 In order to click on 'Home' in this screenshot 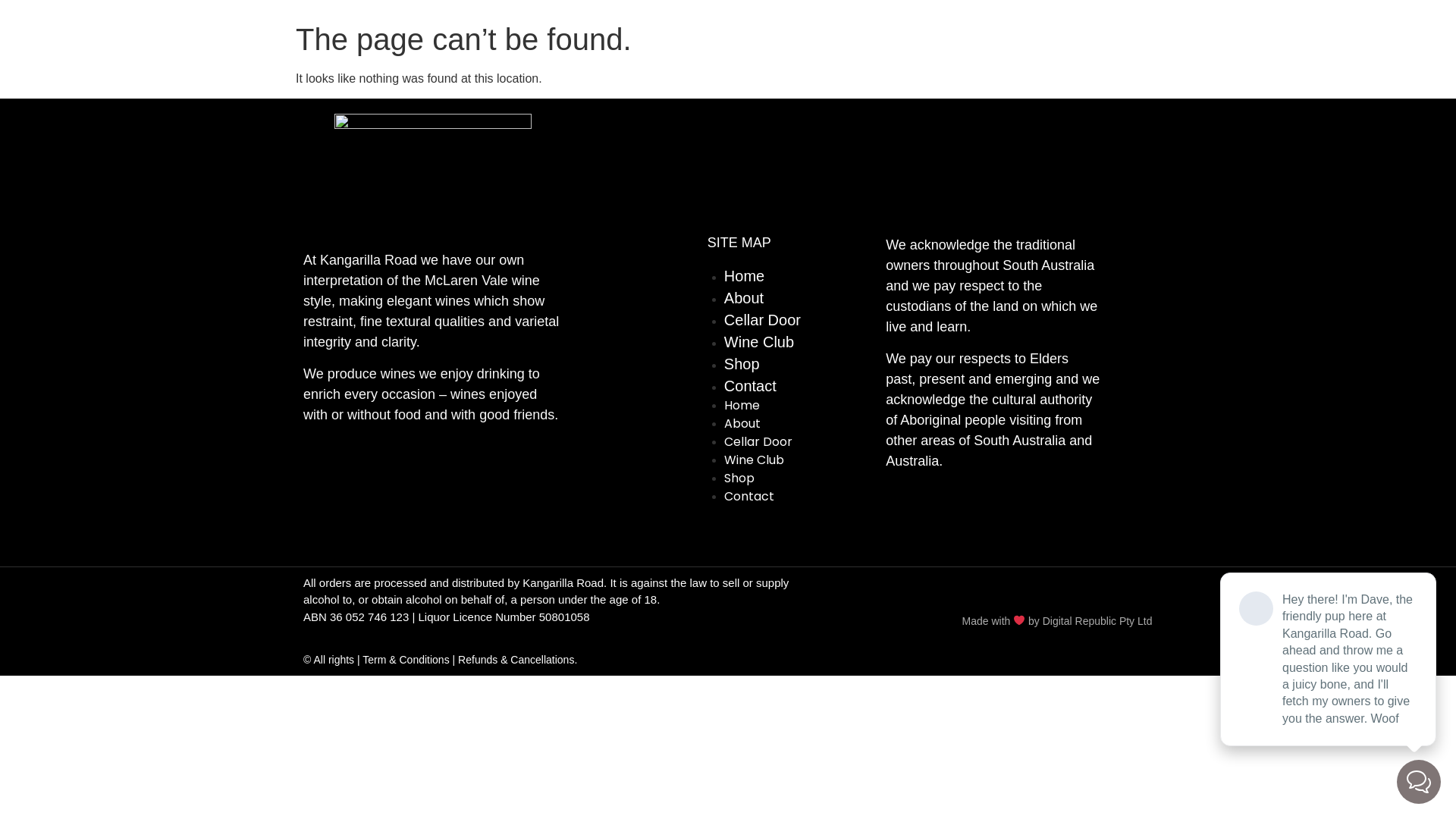, I will do `click(742, 404)`.